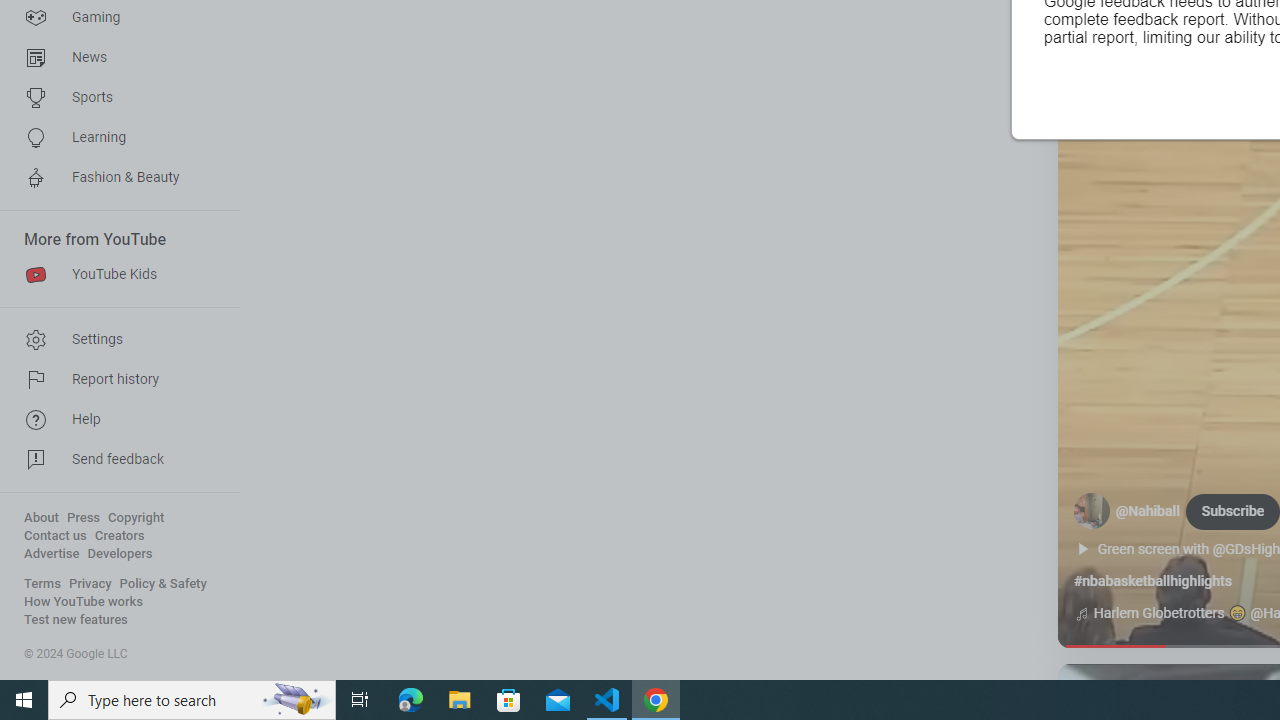 The height and width of the screenshot is (720, 1280). I want to click on 'Settings', so click(112, 338).